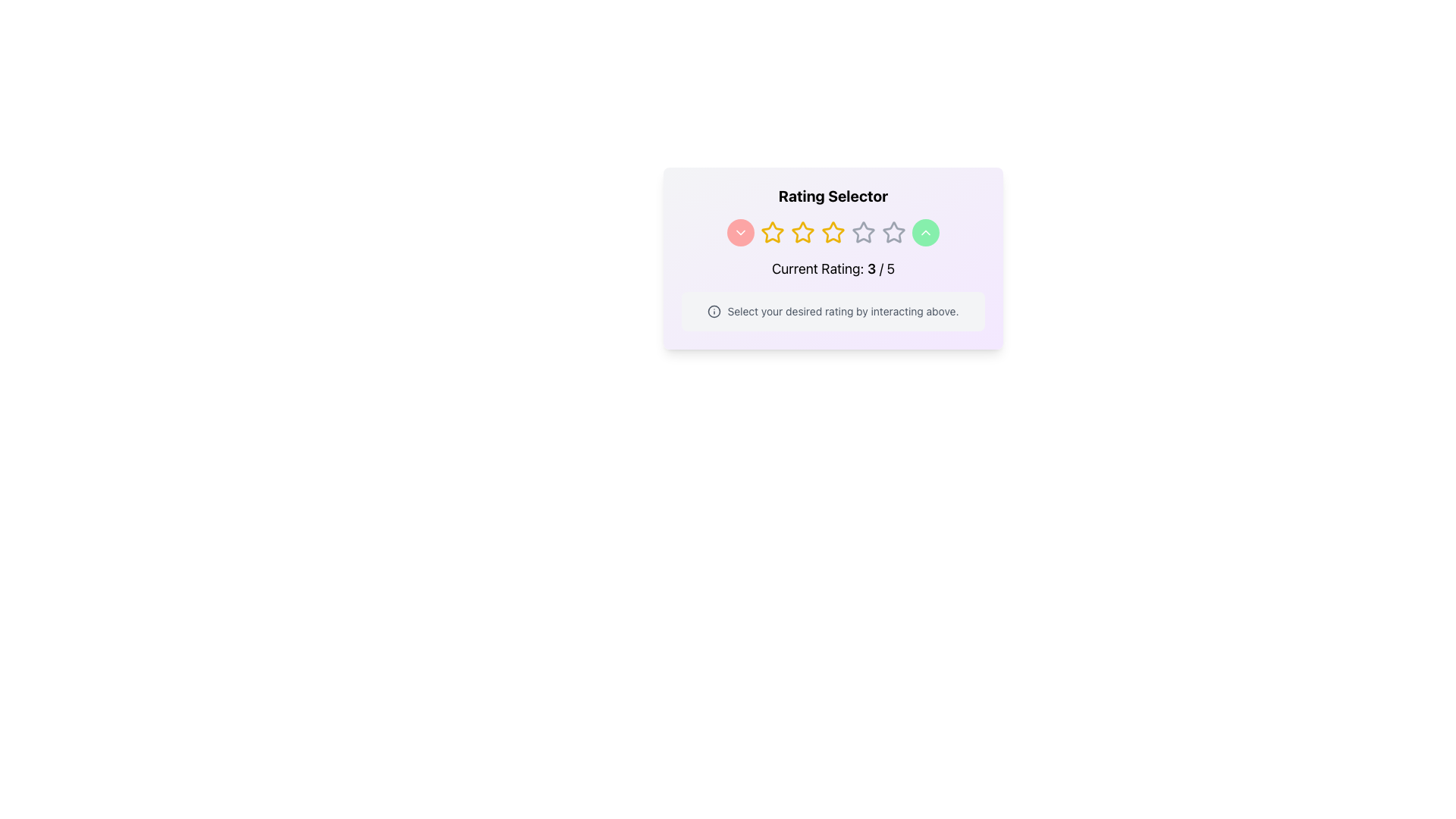 The height and width of the screenshot is (819, 1456). What do you see at coordinates (924, 233) in the screenshot?
I see `the button located at the far right of a group of interactive items, which is used to increment a value or change a state` at bounding box center [924, 233].